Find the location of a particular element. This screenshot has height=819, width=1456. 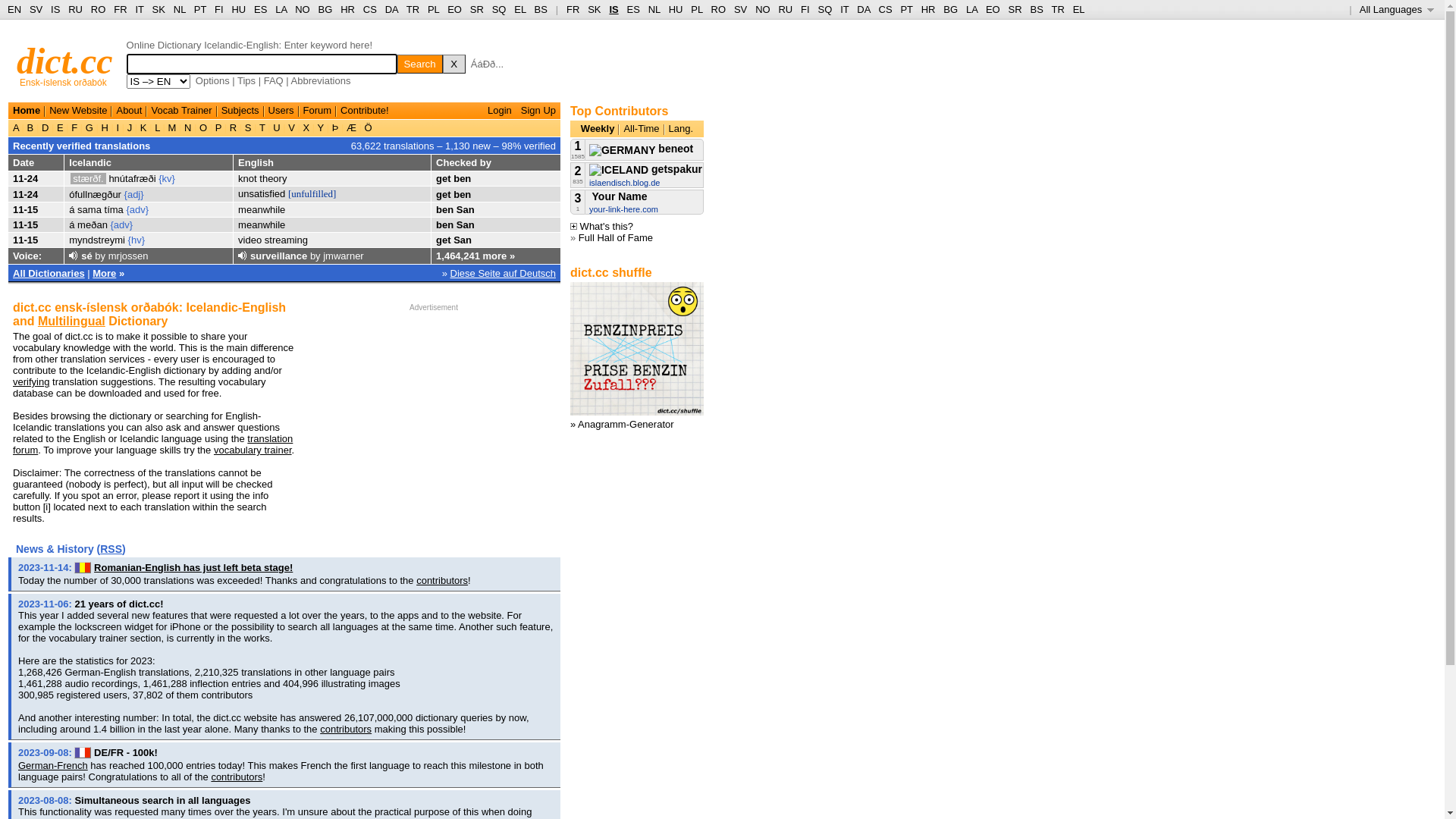

'EO' is located at coordinates (453, 9).